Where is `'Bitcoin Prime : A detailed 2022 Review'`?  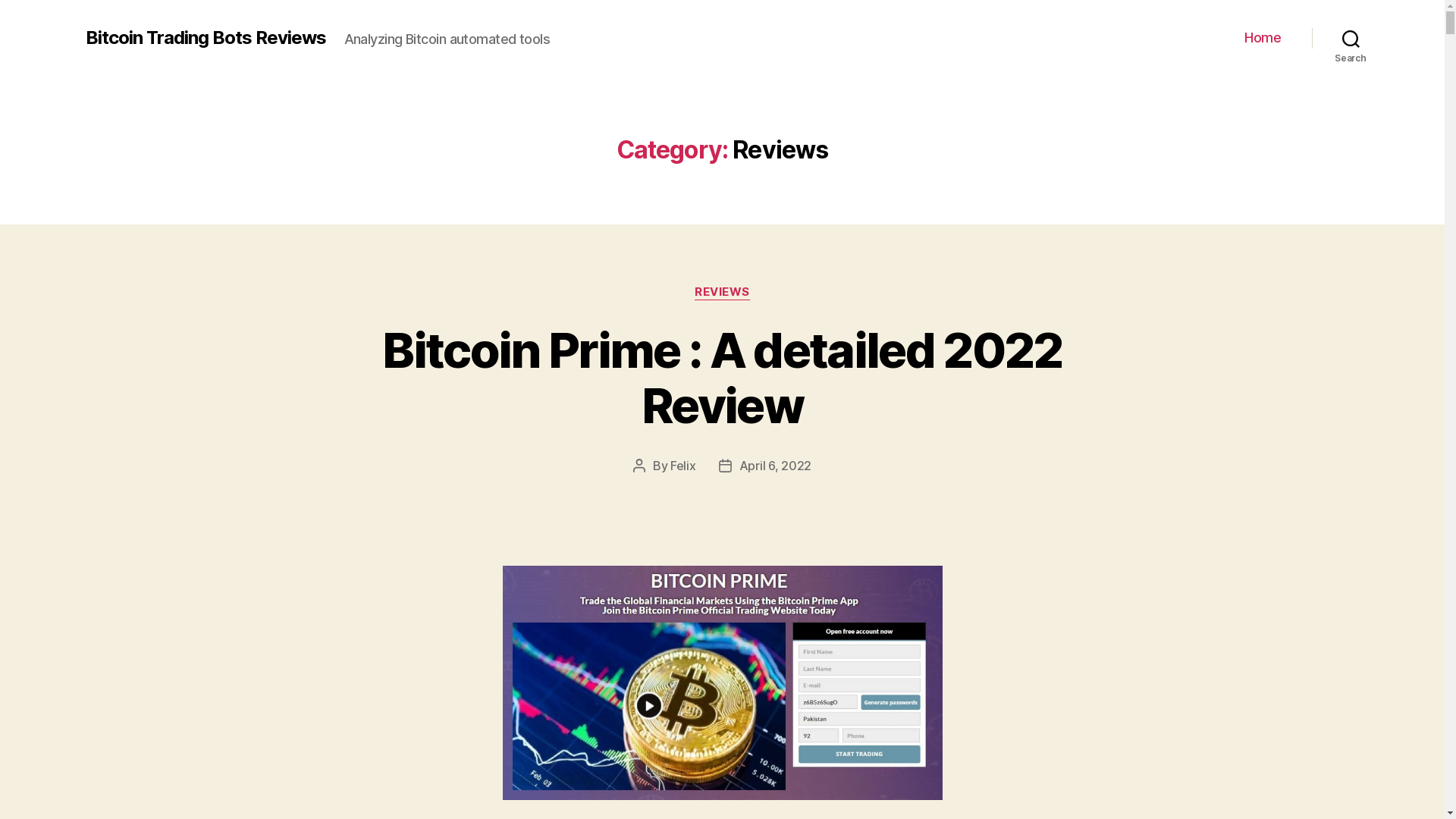
'Bitcoin Prime : A detailed 2022 Review' is located at coordinates (721, 376).